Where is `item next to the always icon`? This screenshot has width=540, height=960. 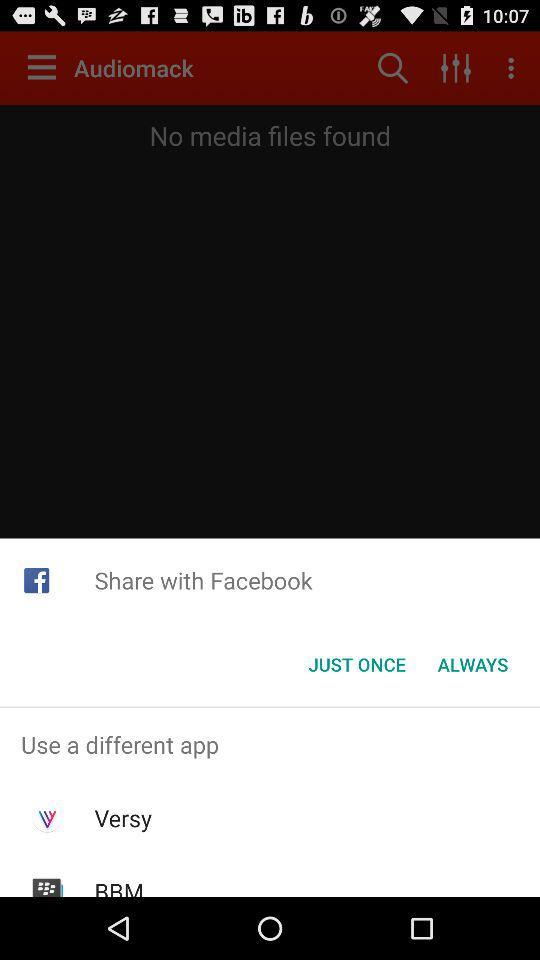
item next to the always icon is located at coordinates (356, 664).